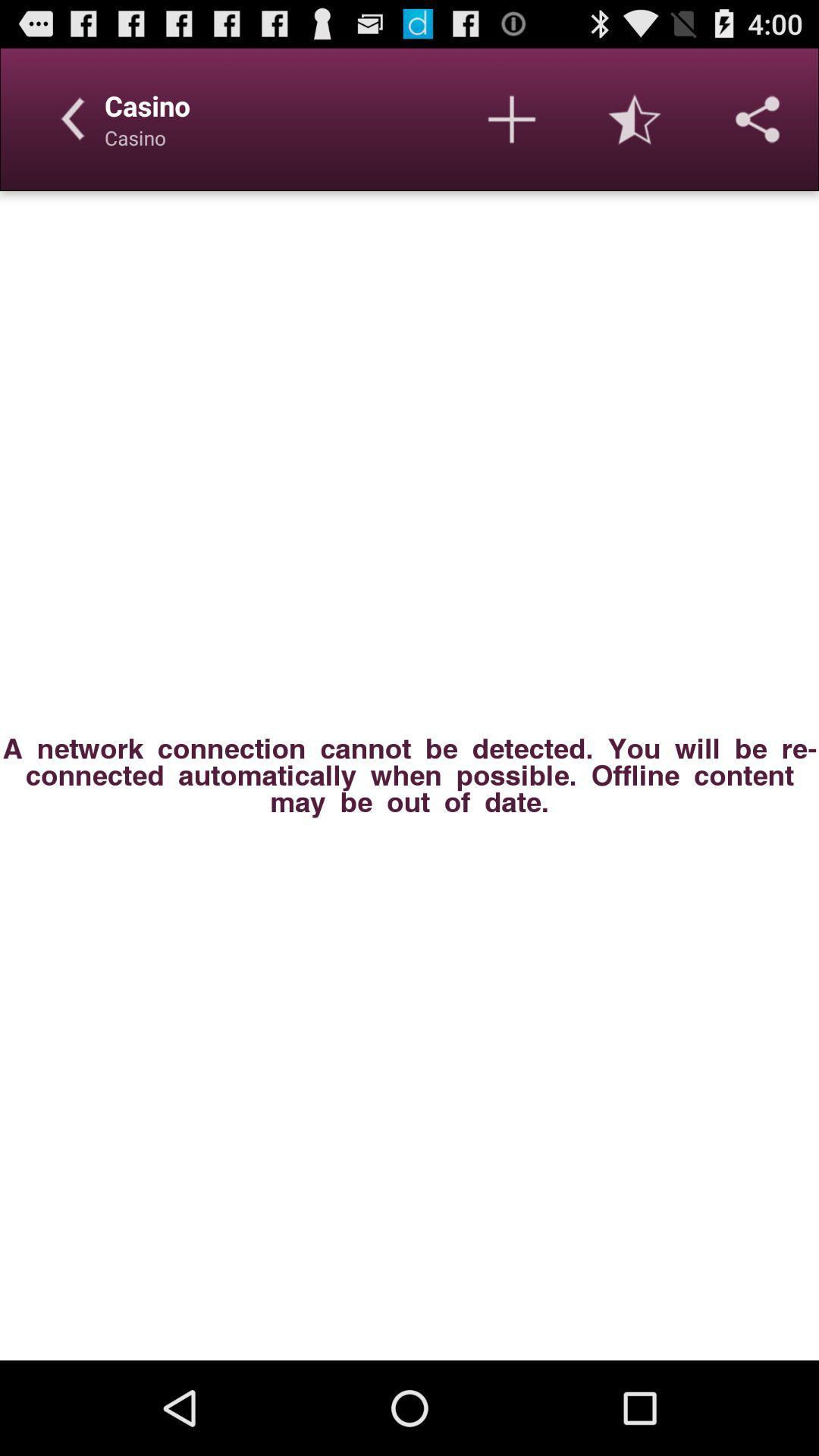  I want to click on app to the right of casino item, so click(512, 118).